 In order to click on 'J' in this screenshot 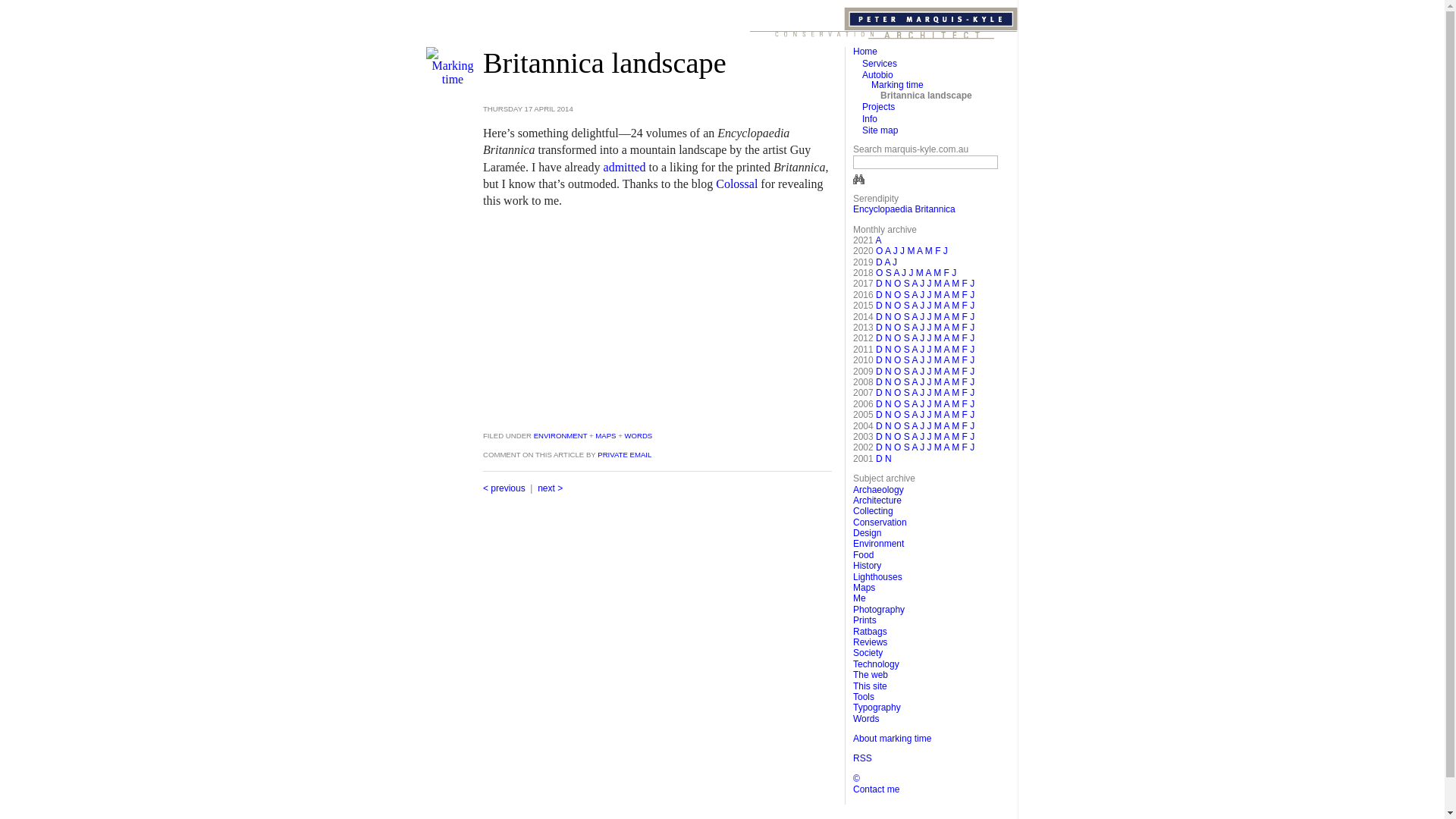, I will do `click(902, 250)`.